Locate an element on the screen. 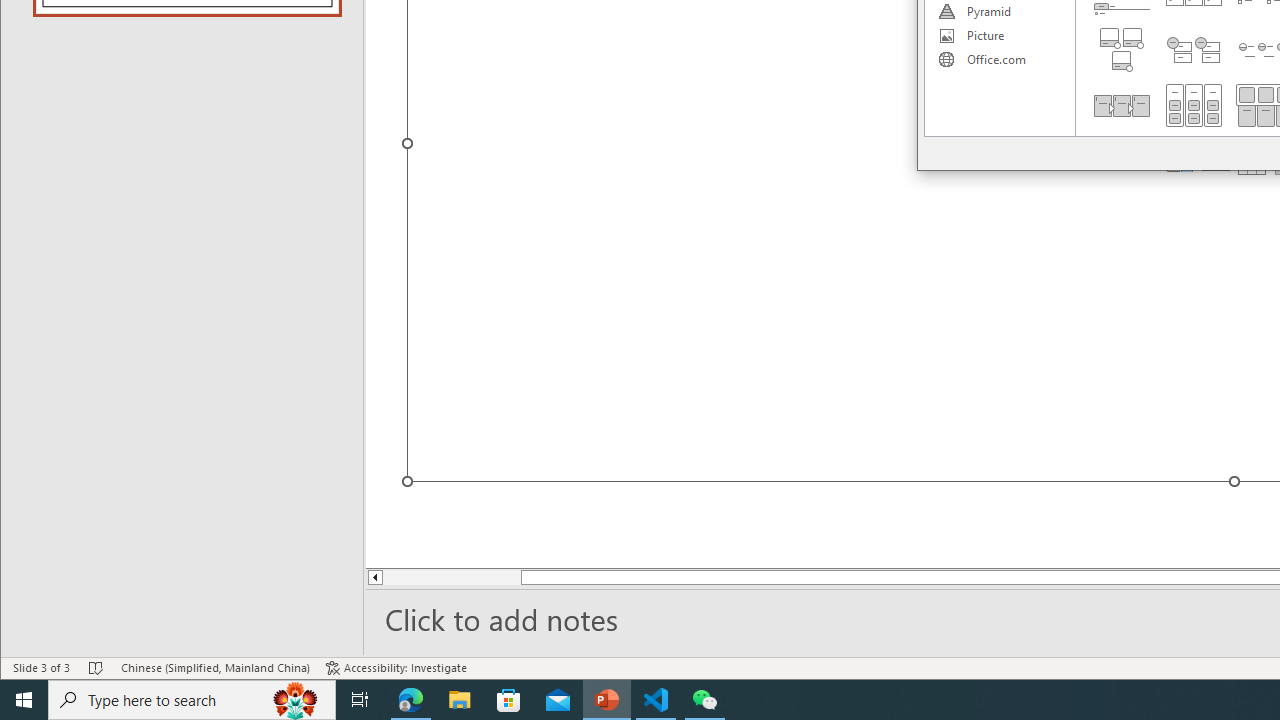  'Stacked List' is located at coordinates (1194, 49).